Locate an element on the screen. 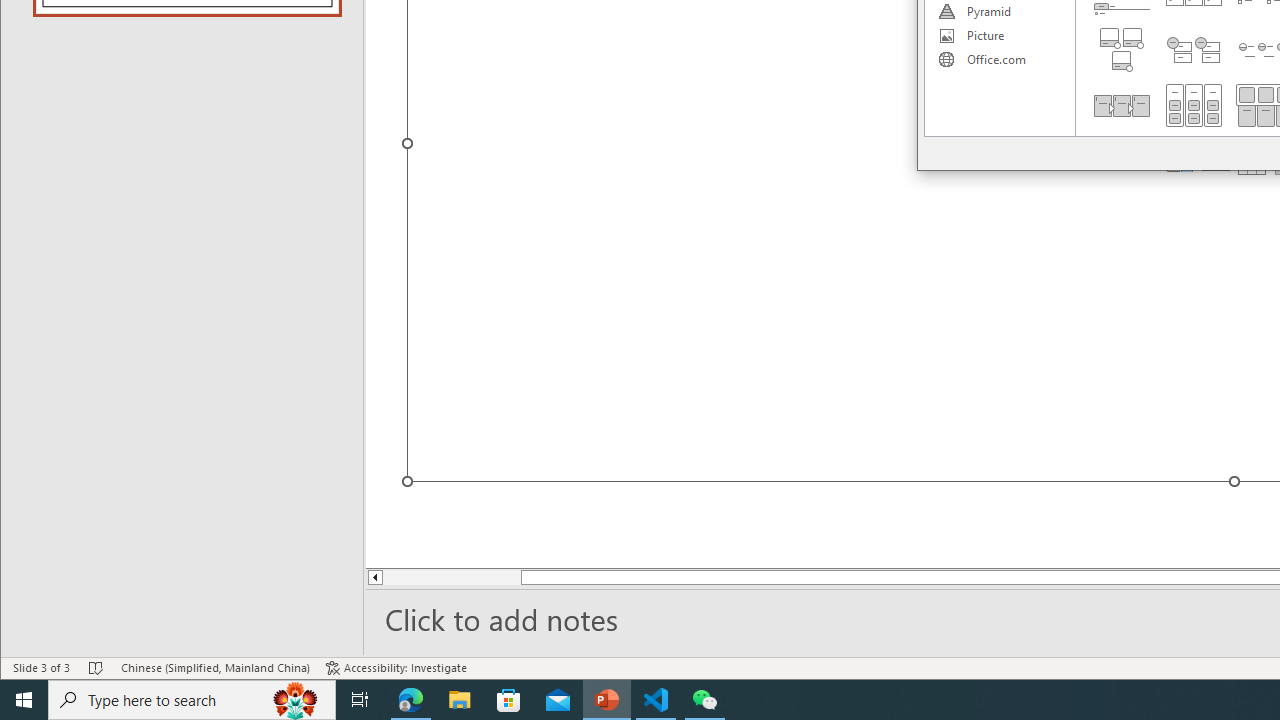  'Stacked List' is located at coordinates (1194, 49).